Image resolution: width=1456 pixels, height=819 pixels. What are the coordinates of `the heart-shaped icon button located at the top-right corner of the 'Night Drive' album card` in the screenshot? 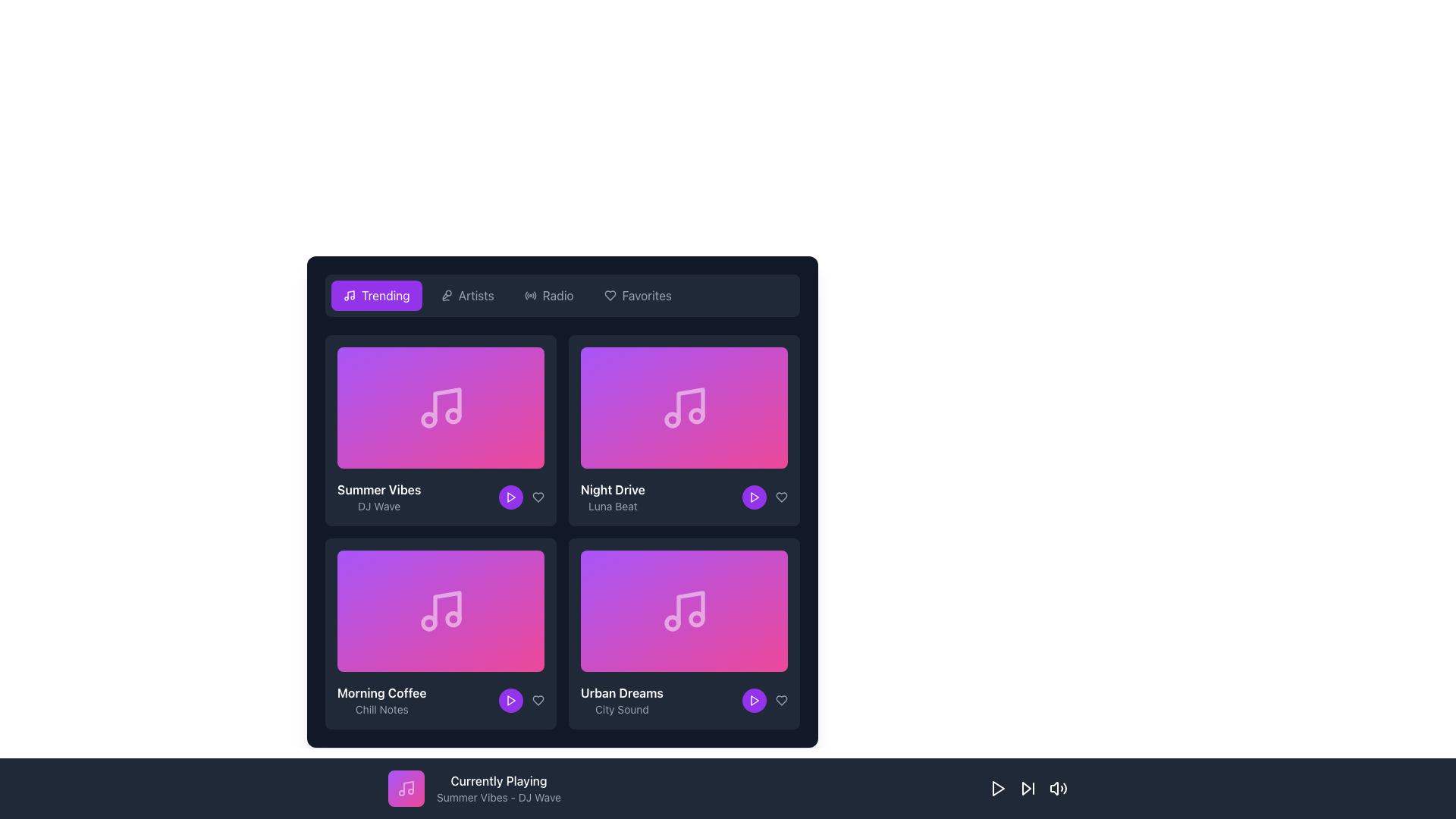 It's located at (538, 497).